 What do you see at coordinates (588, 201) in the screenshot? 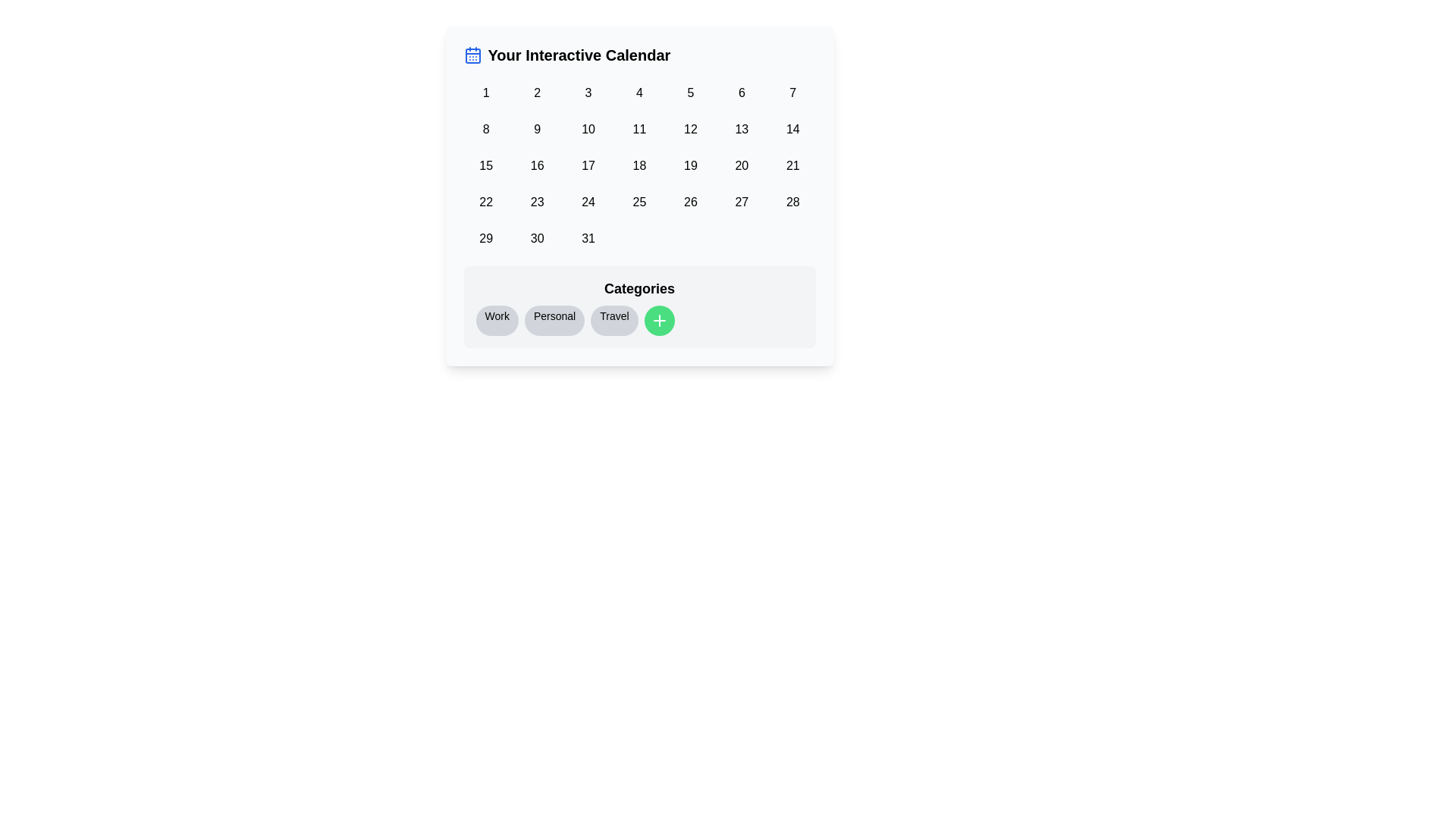
I see `the circular button displaying the number '24' in the calendar grid to focus on it` at bounding box center [588, 201].